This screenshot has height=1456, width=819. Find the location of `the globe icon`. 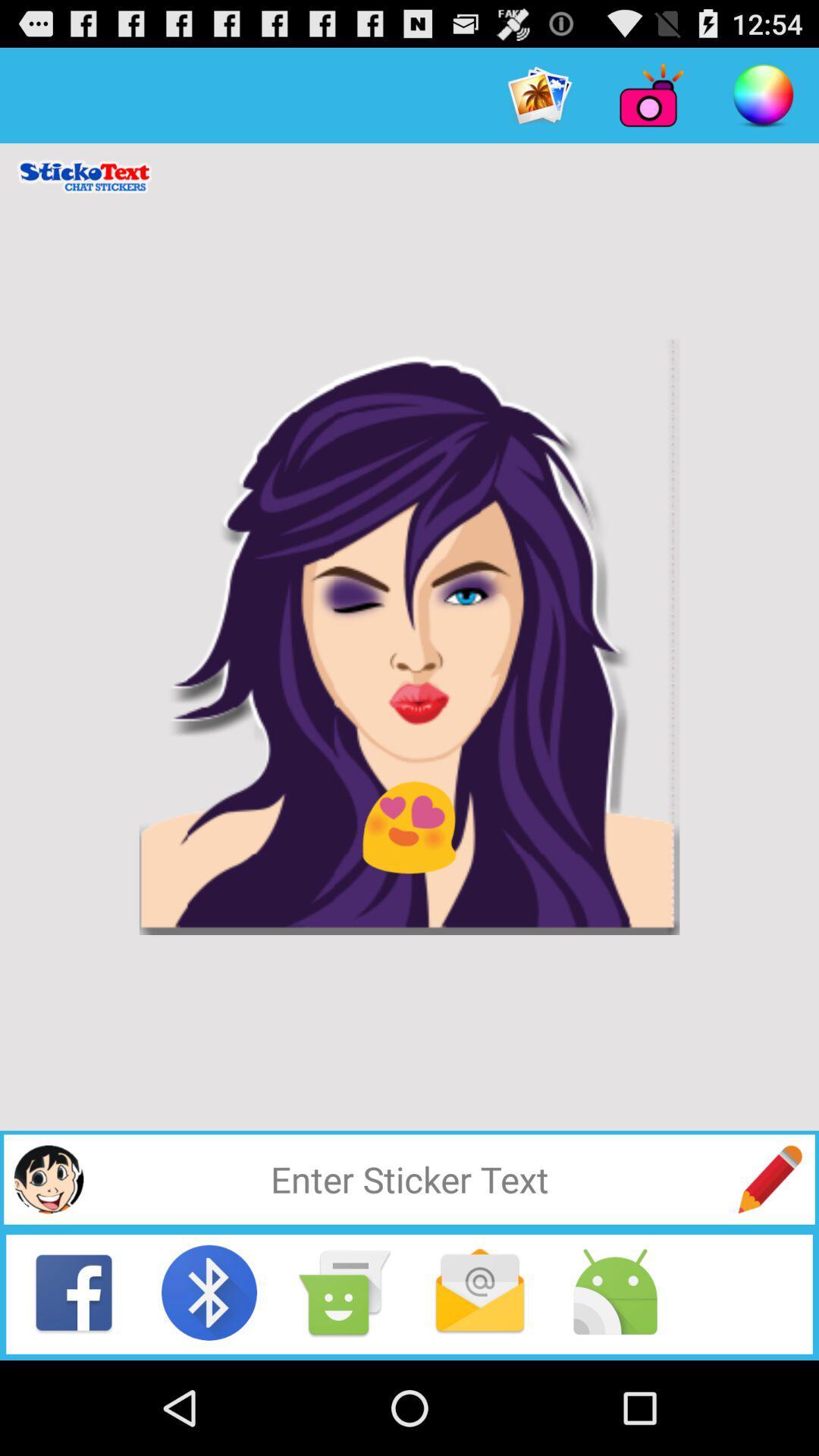

the globe icon is located at coordinates (48, 1262).